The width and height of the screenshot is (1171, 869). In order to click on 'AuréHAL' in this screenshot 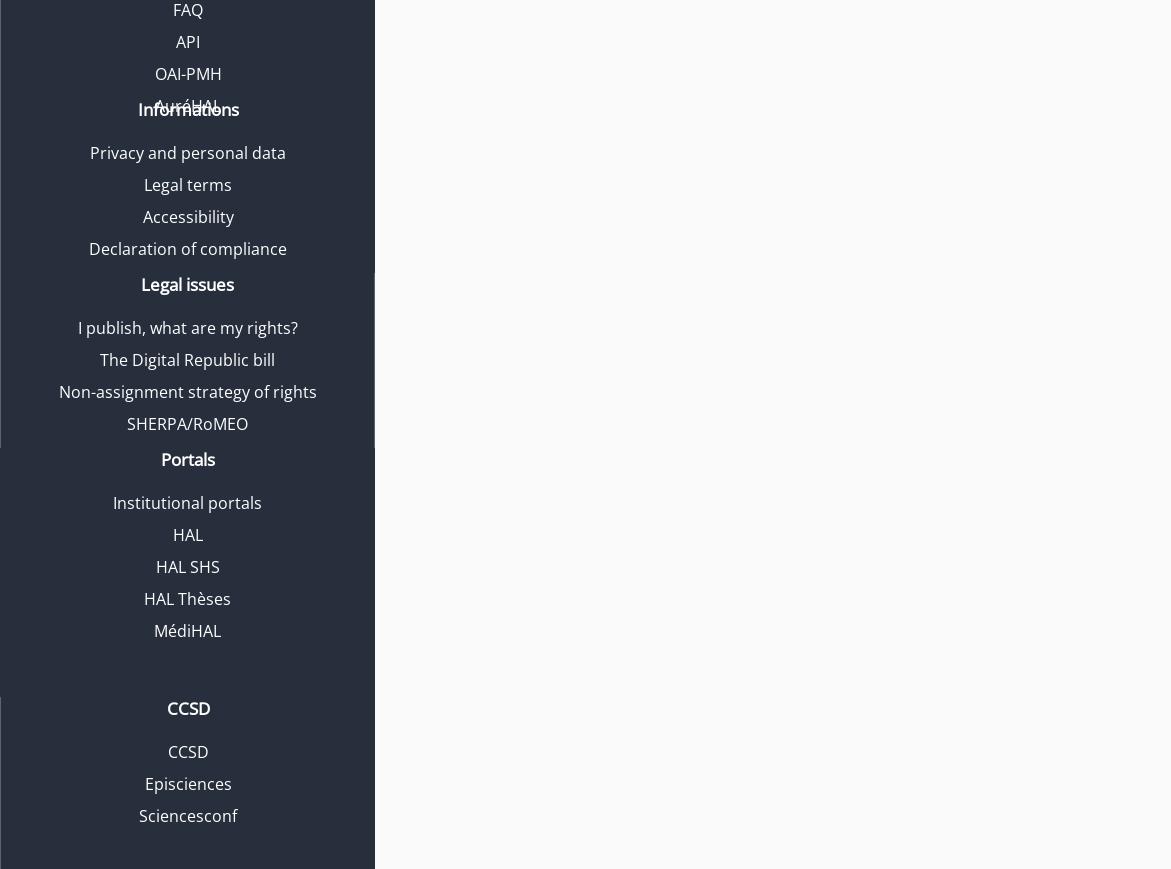, I will do `click(186, 105)`.